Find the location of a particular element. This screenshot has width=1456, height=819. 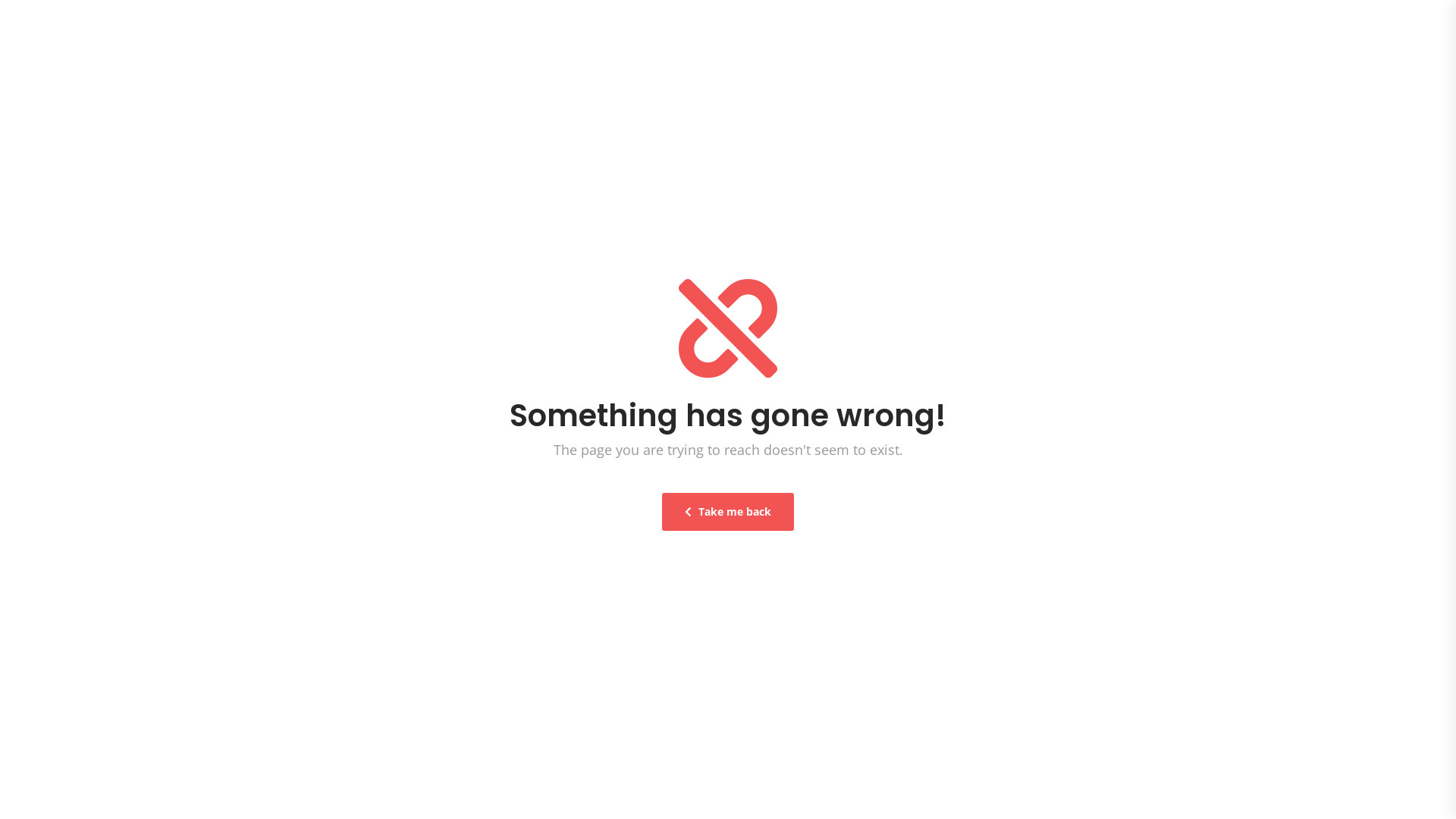

'Take me back' is located at coordinates (728, 512).